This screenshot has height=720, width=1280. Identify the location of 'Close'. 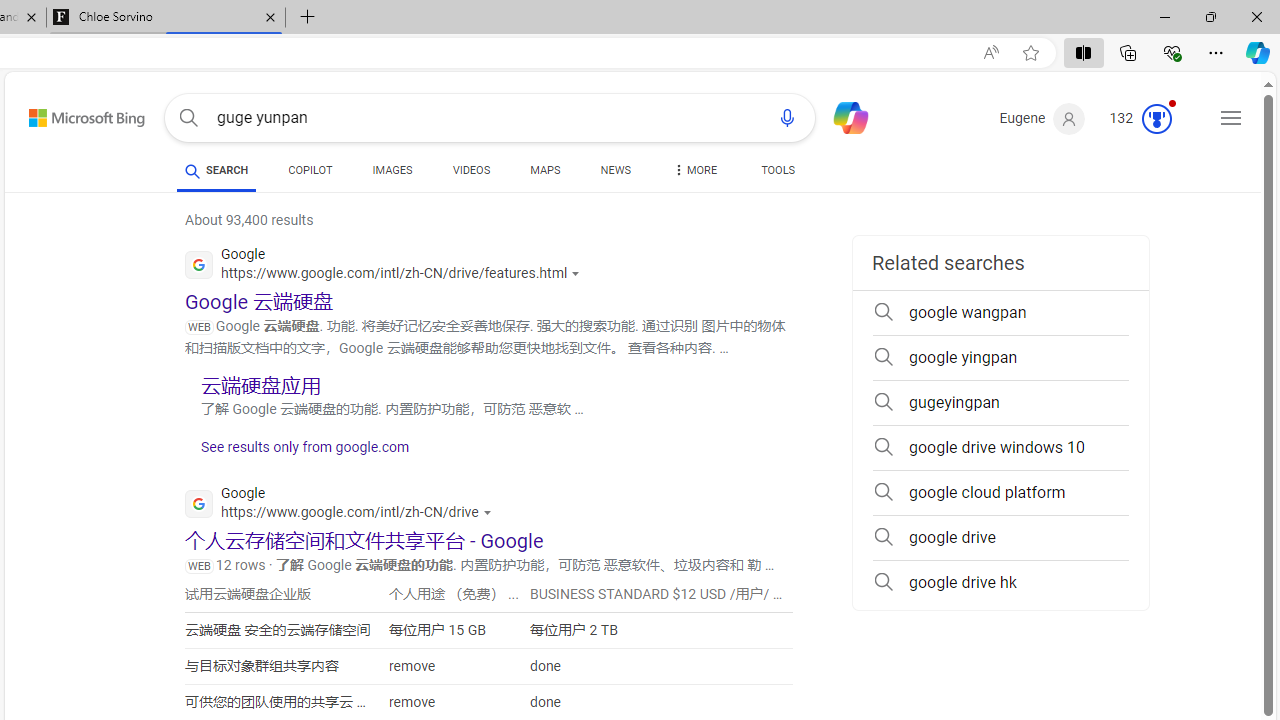
(1255, 16).